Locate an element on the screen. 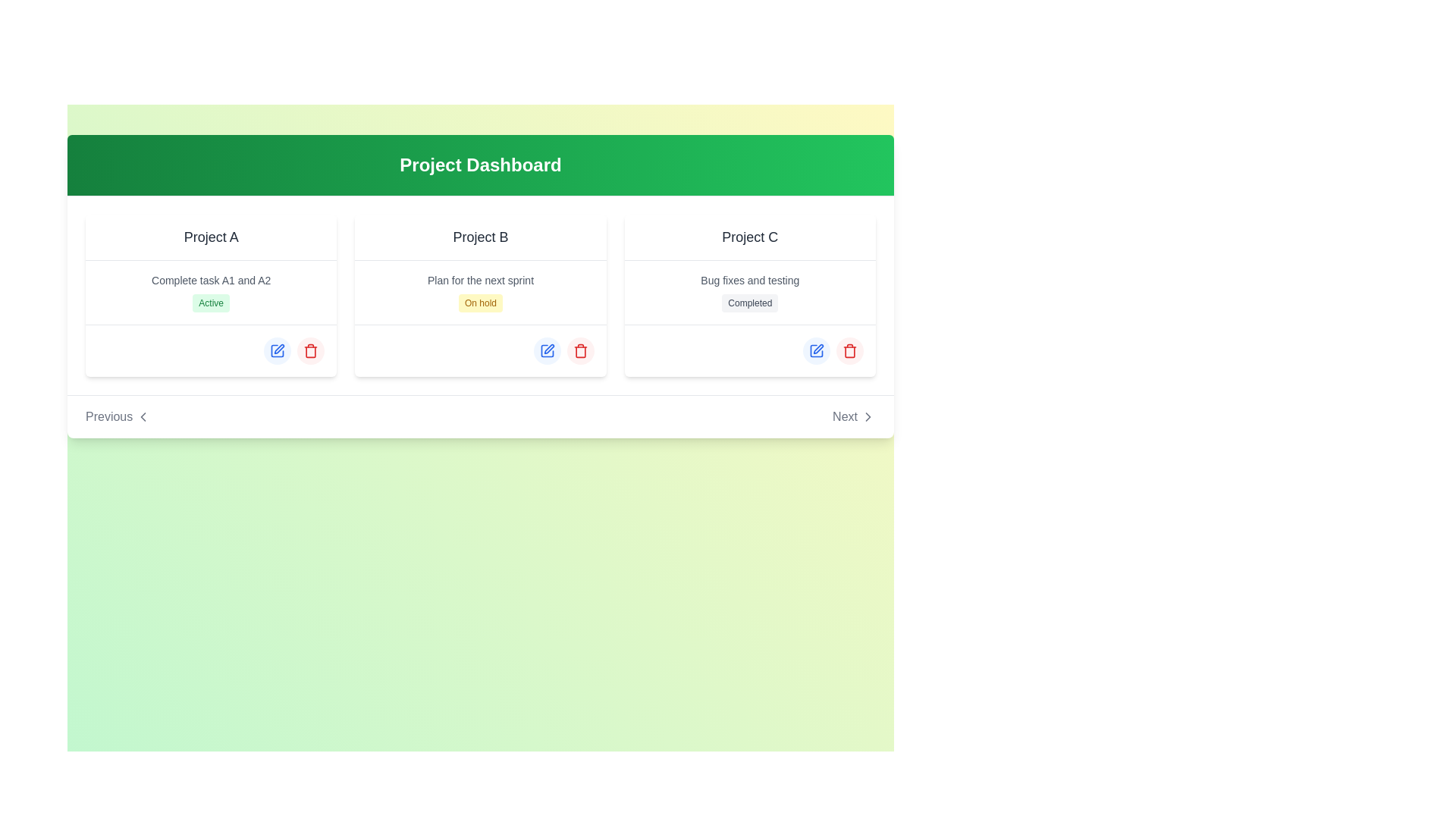 The image size is (1456, 819). the banner element at the top of the page, which serves as the title or heading for the section is located at coordinates (479, 165).